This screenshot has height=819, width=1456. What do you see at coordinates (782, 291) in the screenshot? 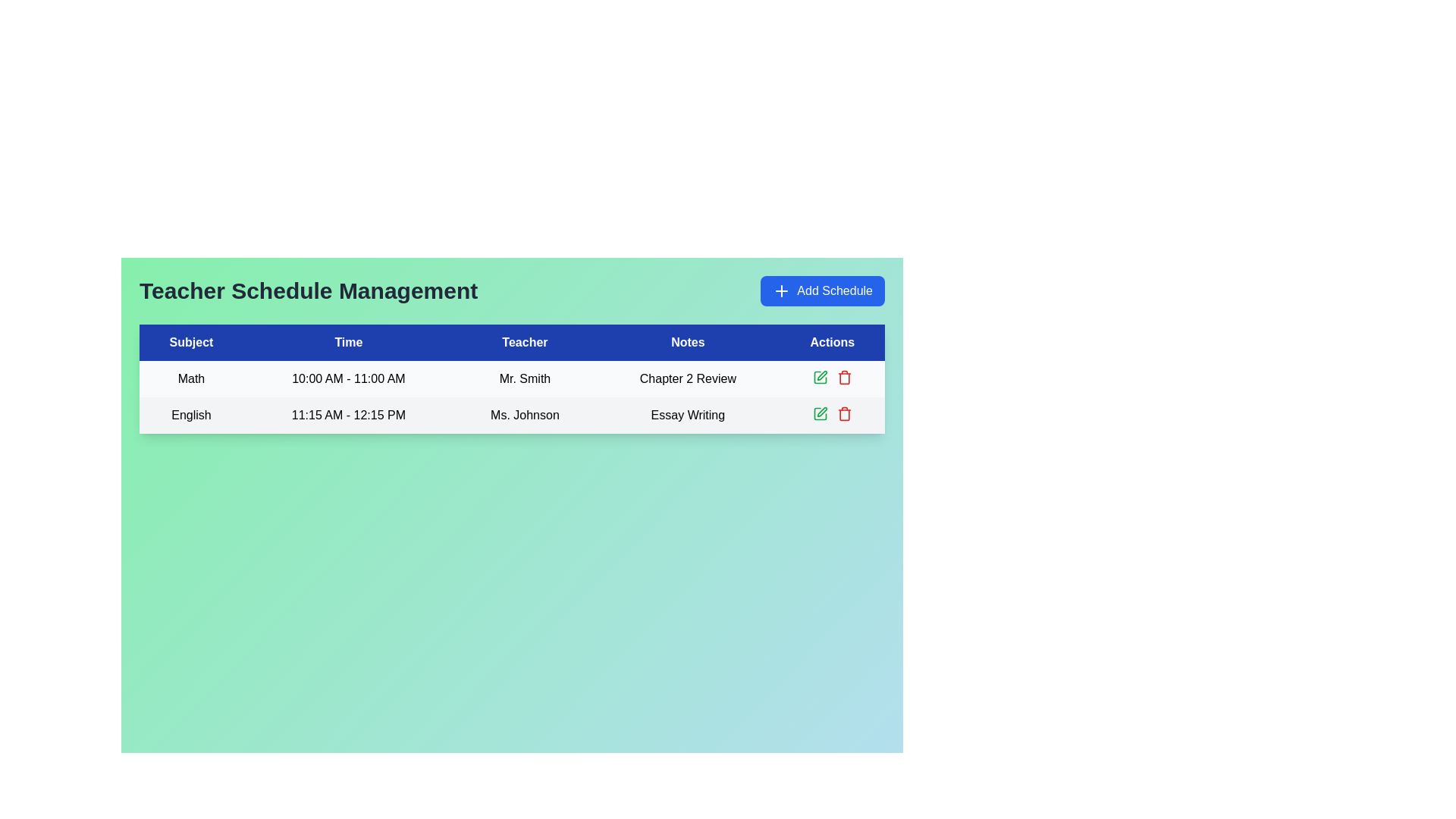
I see `the blue plus icon with white strokes located to the left of the 'Add Schedule' label to initiate adding a schedule` at bounding box center [782, 291].